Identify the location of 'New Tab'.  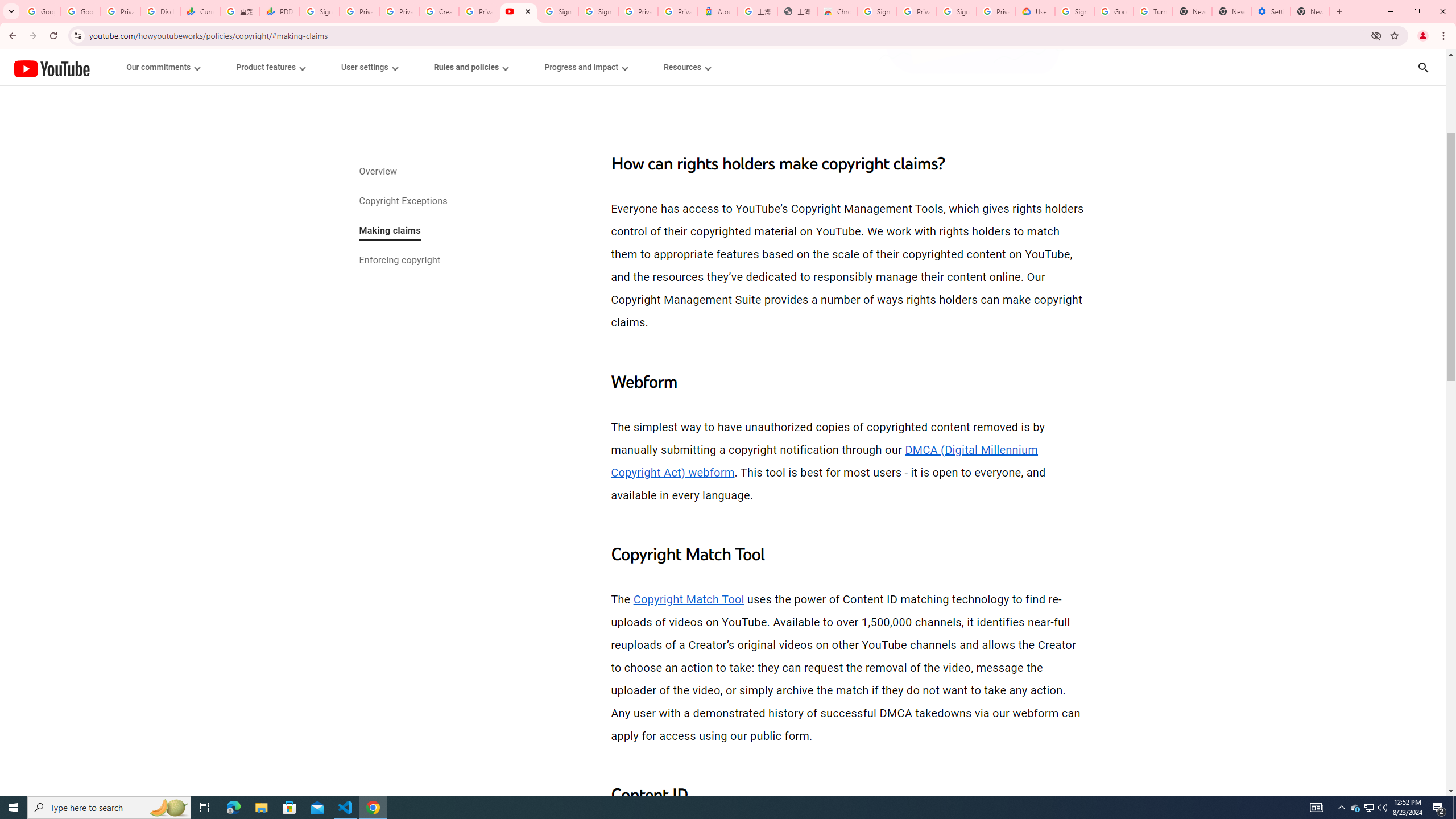
(1338, 11).